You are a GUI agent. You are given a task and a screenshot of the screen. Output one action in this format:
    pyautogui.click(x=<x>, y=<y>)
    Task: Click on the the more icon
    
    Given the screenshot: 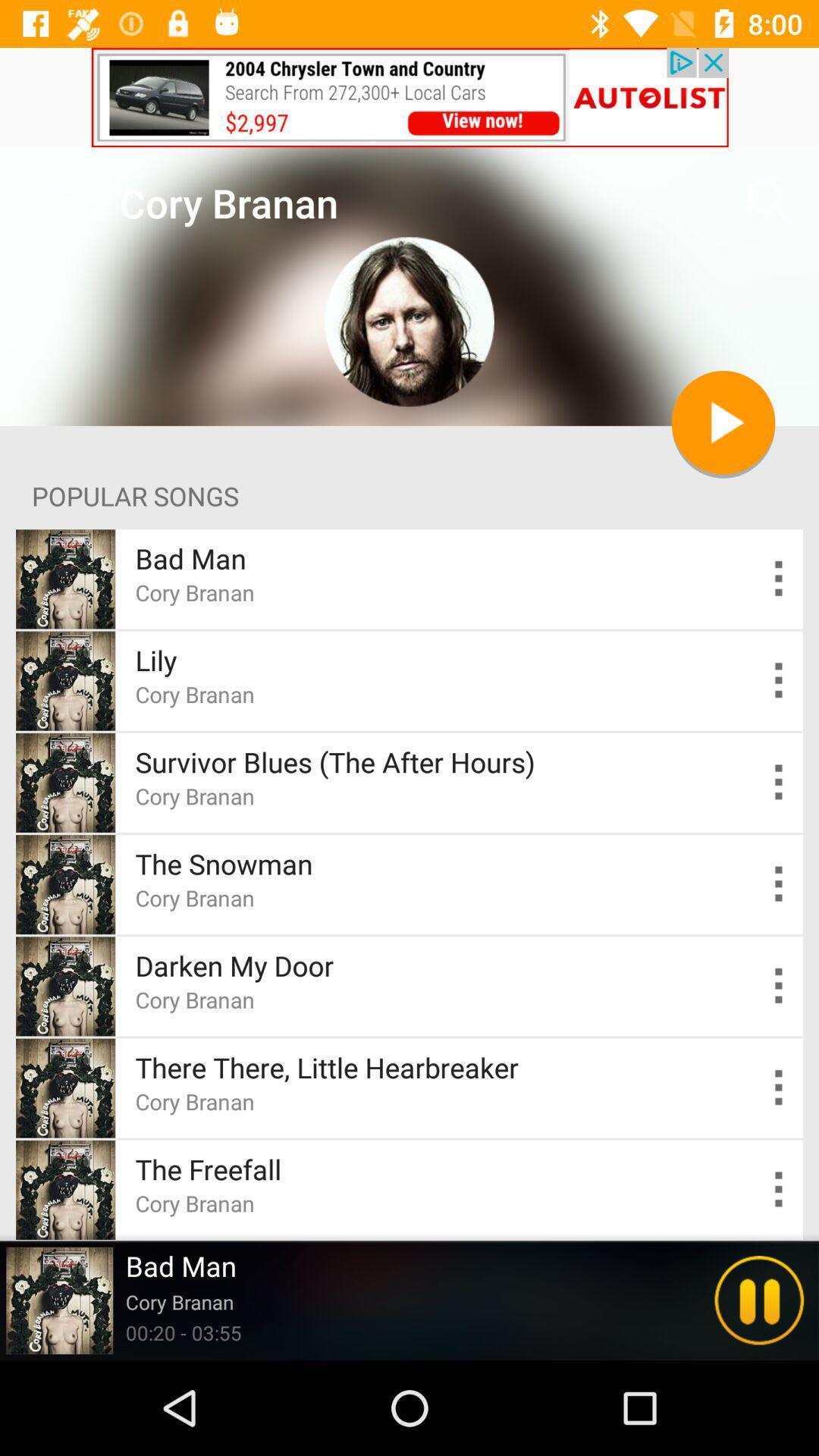 What is the action you would take?
    pyautogui.click(x=779, y=986)
    